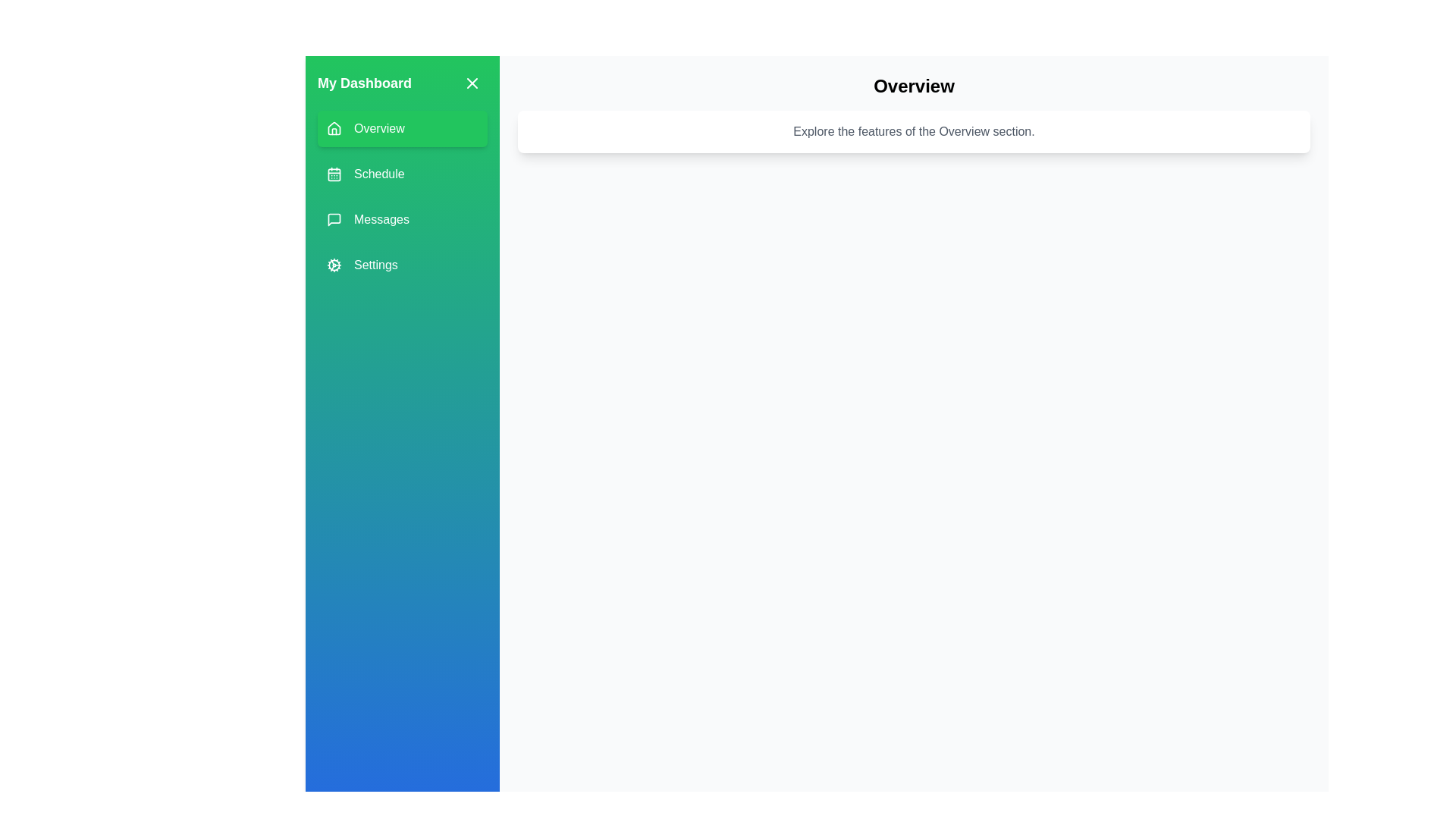 The width and height of the screenshot is (1456, 819). I want to click on the menu item Overview to observe its hover effect, so click(403, 127).